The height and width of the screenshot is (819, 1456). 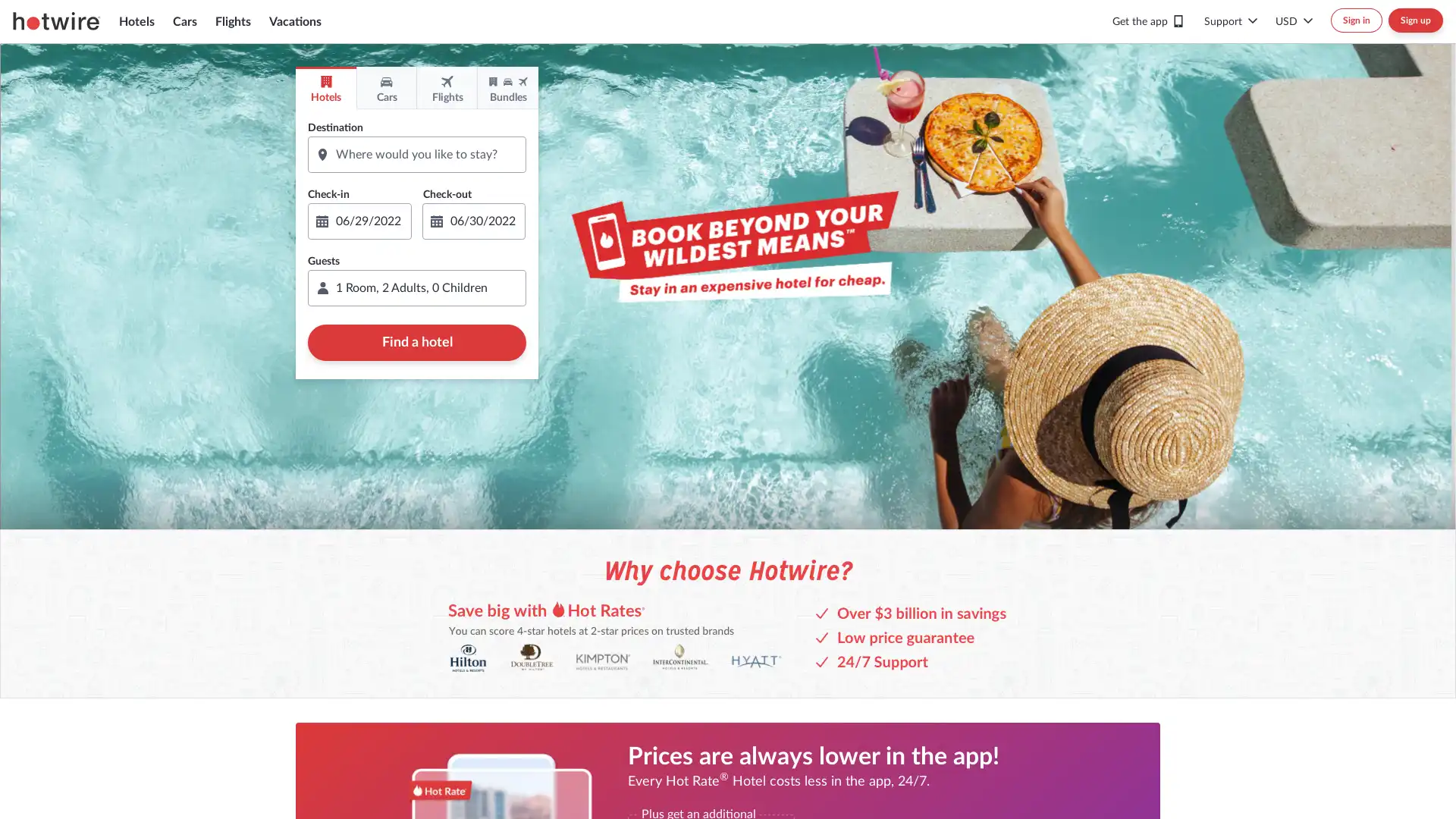 What do you see at coordinates (1153, 22) in the screenshot?
I see `Get the app` at bounding box center [1153, 22].